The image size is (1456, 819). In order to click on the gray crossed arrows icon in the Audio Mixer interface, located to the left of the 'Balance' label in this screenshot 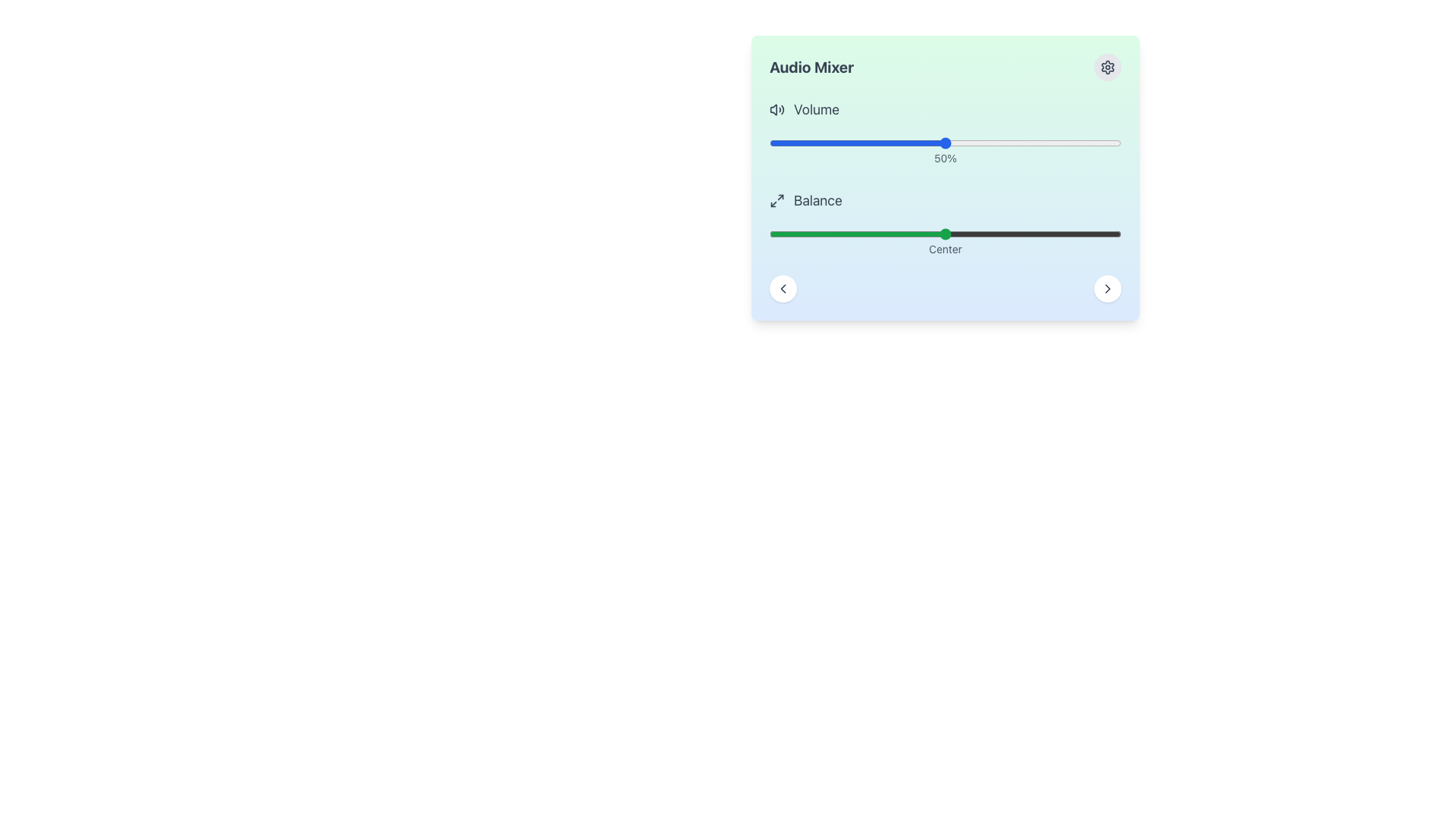, I will do `click(777, 200)`.